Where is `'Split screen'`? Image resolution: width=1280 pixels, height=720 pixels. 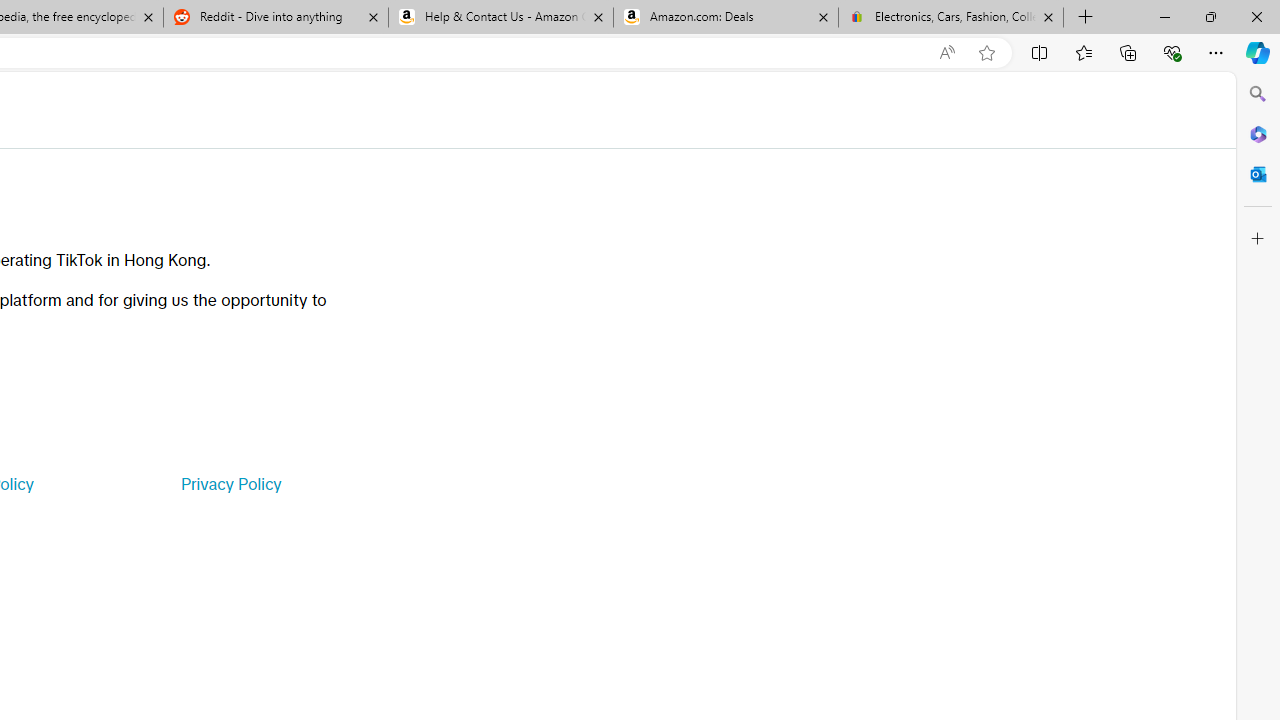 'Split screen' is located at coordinates (1040, 51).